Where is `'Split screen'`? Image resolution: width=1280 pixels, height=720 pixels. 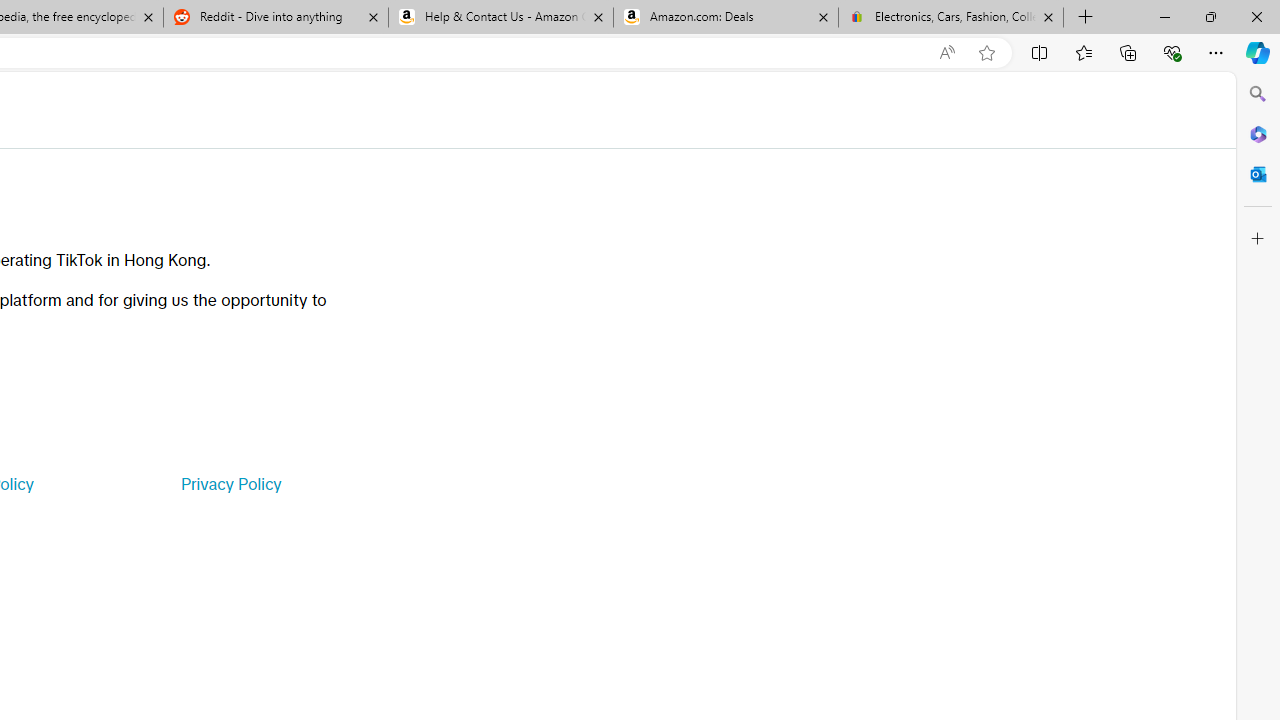 'Split screen' is located at coordinates (1040, 51).